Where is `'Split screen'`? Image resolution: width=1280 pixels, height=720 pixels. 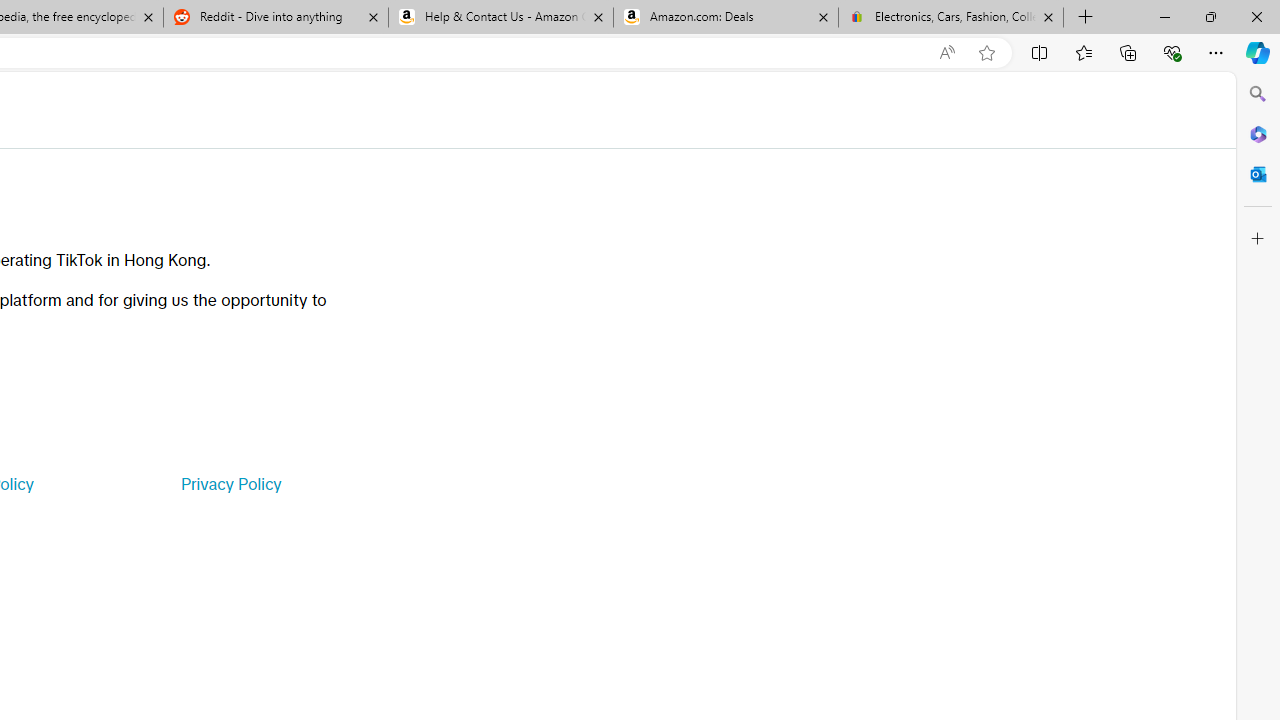 'Split screen' is located at coordinates (1040, 51).